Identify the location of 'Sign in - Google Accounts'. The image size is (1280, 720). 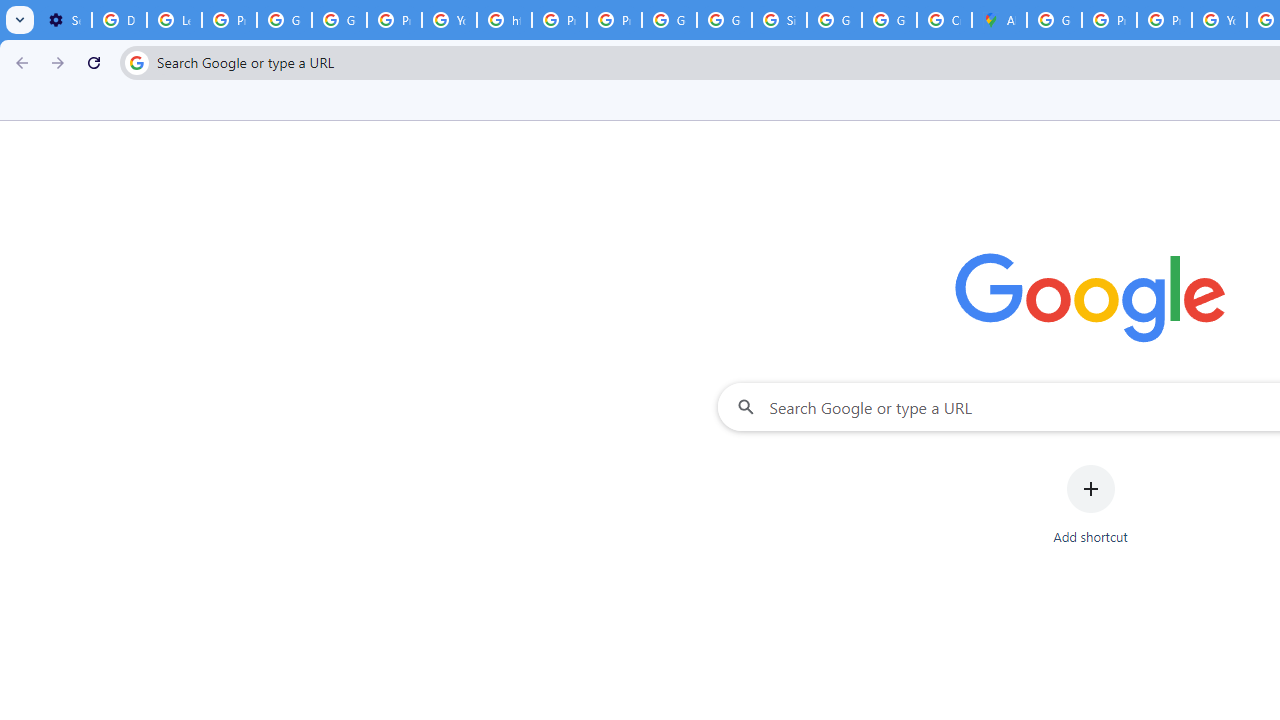
(778, 20).